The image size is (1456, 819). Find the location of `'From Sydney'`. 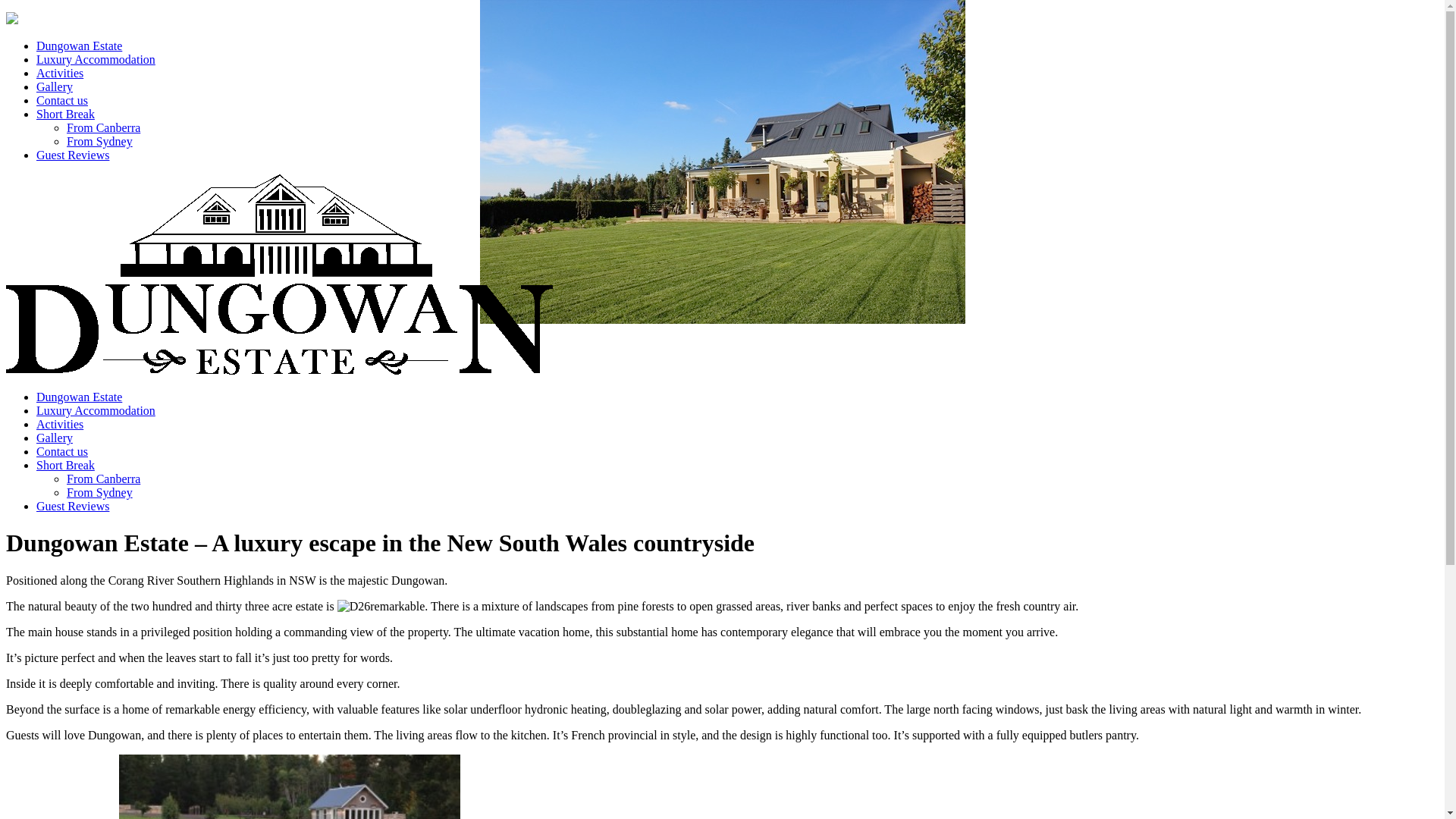

'From Sydney' is located at coordinates (99, 141).